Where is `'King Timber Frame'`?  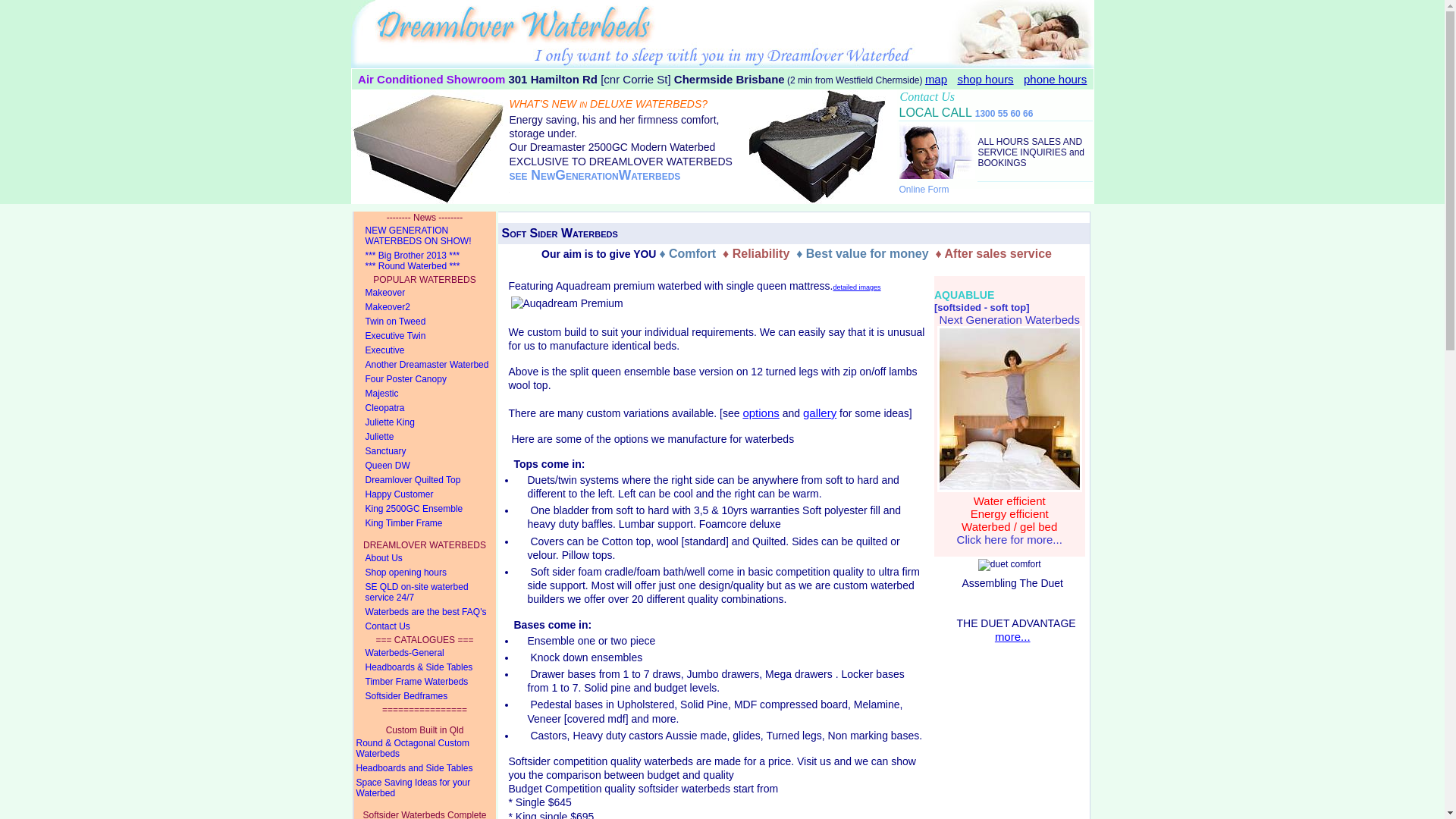 'King Timber Frame' is located at coordinates (424, 522).